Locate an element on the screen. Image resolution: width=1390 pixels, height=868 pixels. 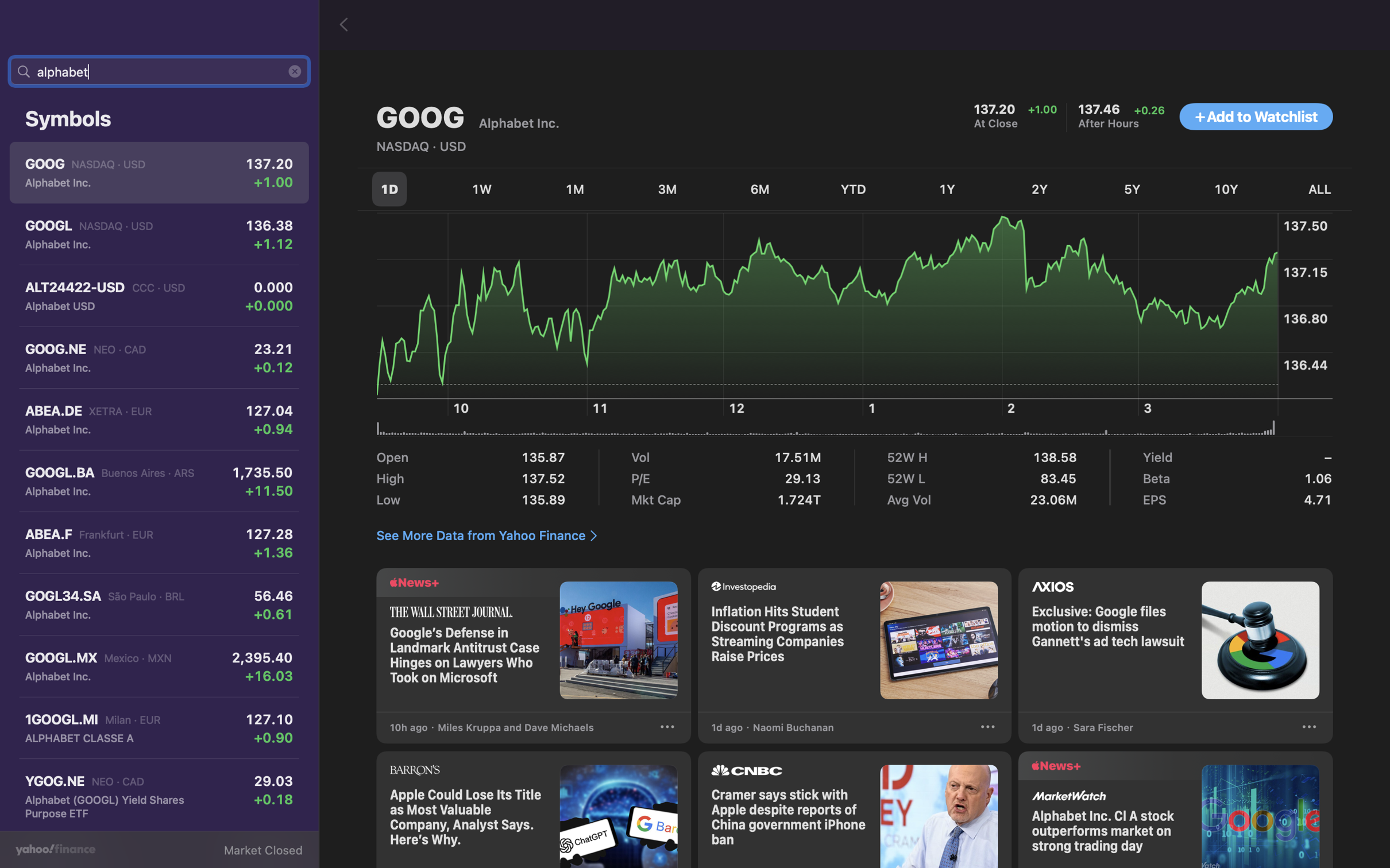
the stock in the watchlist is located at coordinates (1256, 117).